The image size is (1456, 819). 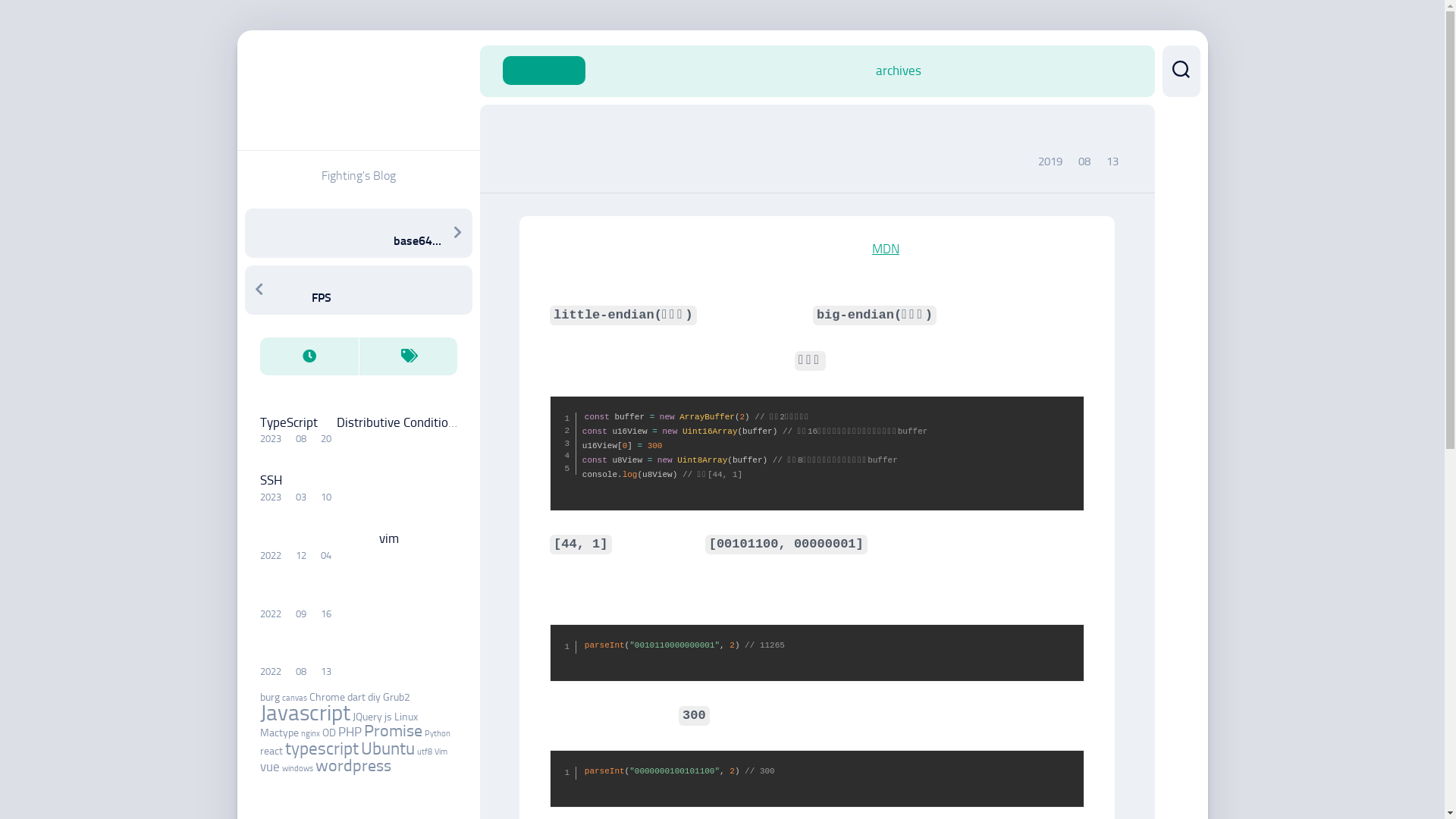 What do you see at coordinates (407, 356) in the screenshot?
I see `'Tags'` at bounding box center [407, 356].